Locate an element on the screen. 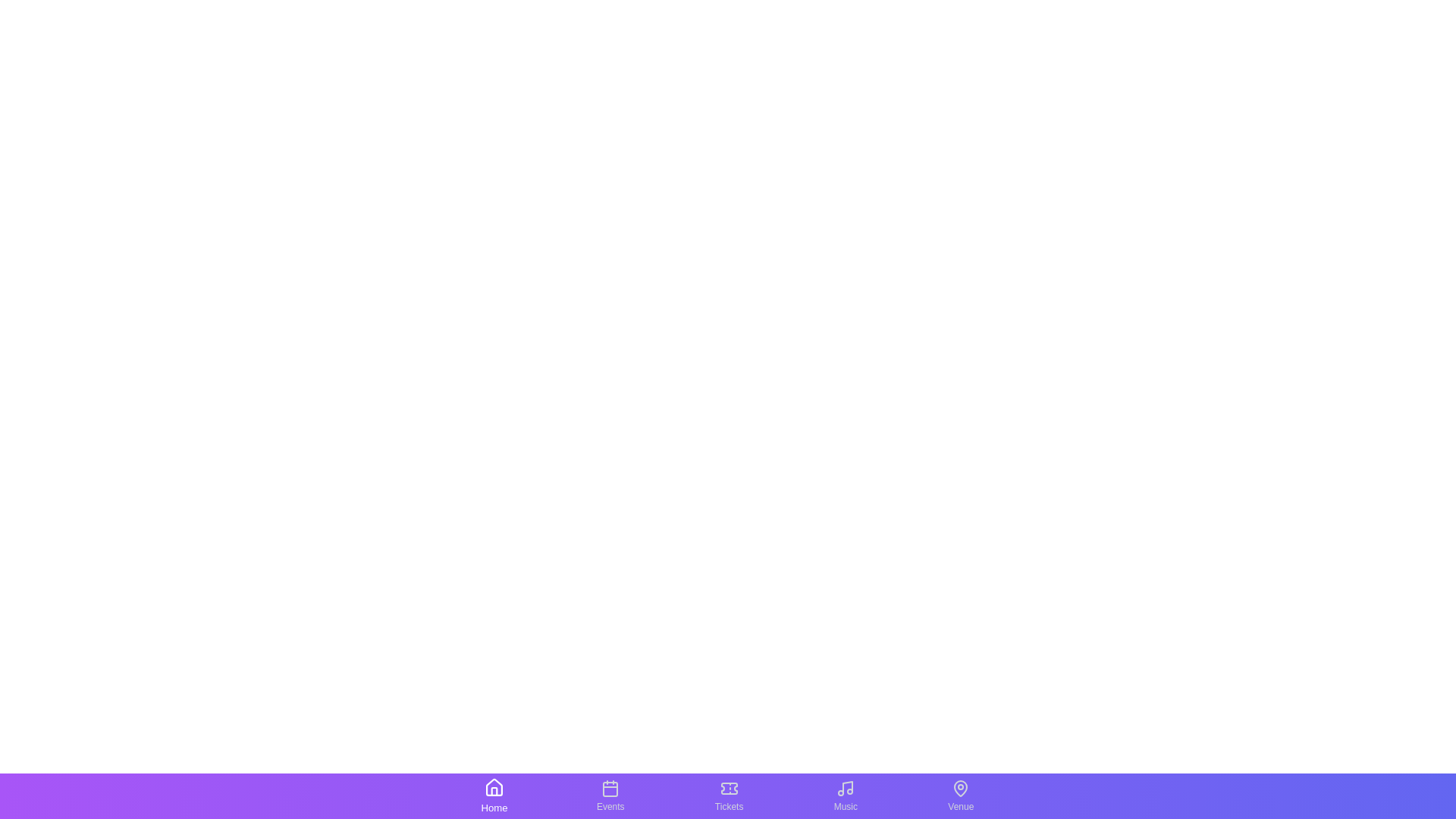 The width and height of the screenshot is (1456, 819). the tab labeled Home to navigate to its section is located at coordinates (494, 795).